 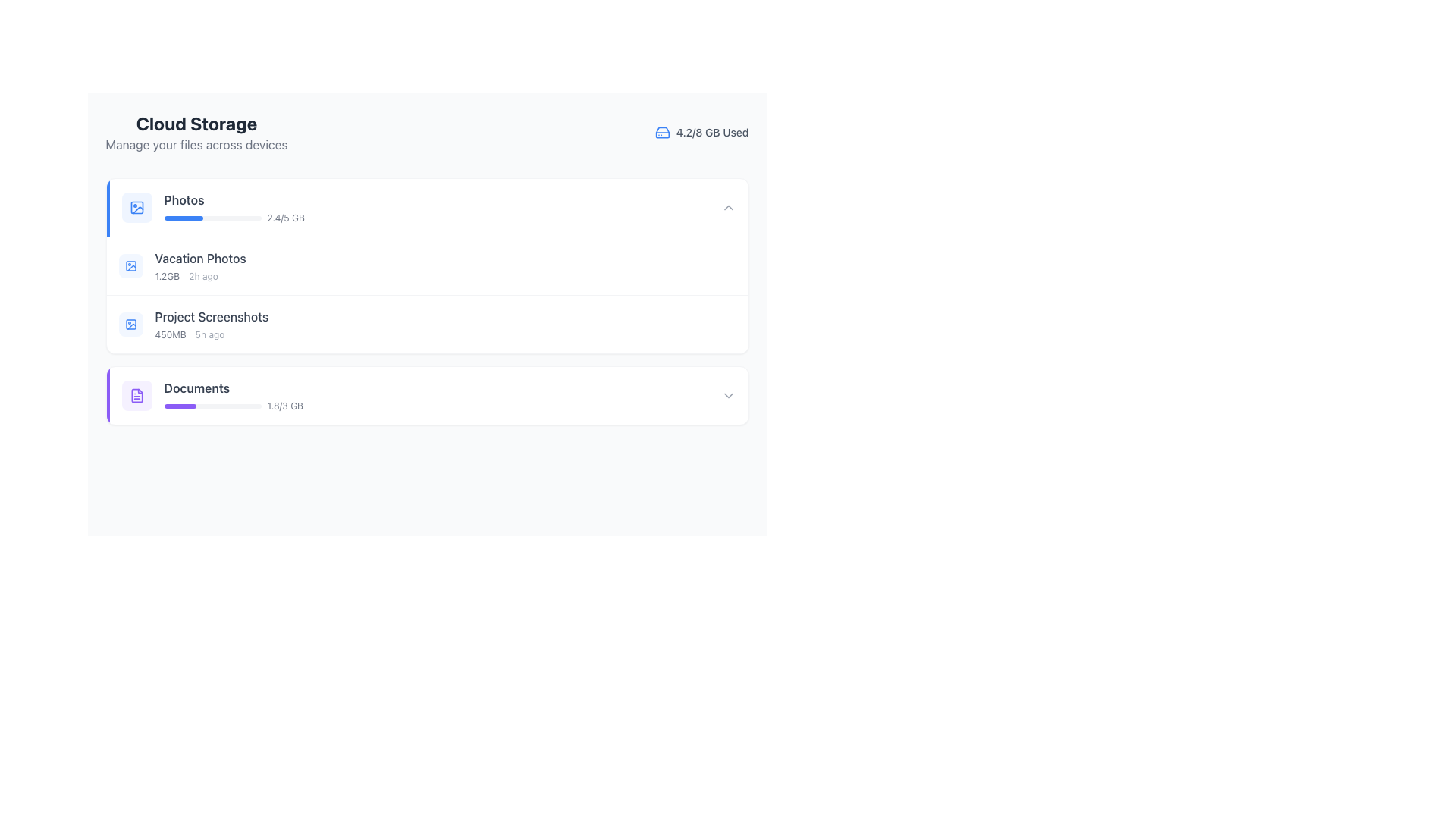 What do you see at coordinates (130, 324) in the screenshot?
I see `properties of the decorative graphic or icon component located within the third entry of the 'Project Screenshots' list, which is near the left side of the entry and next to a red and white square-shaped icon` at bounding box center [130, 324].